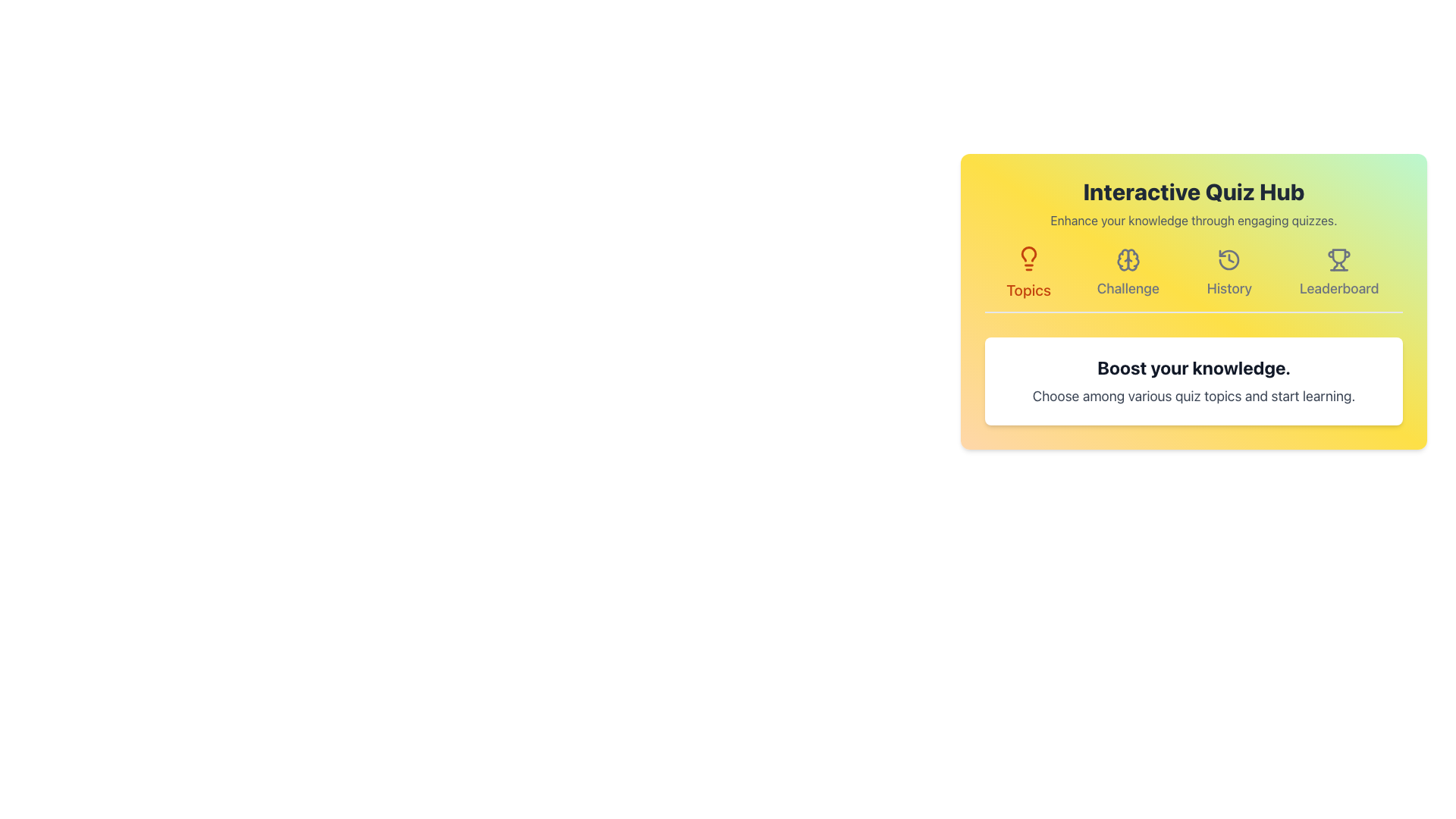 This screenshot has width=1456, height=819. What do you see at coordinates (1193, 220) in the screenshot?
I see `the text label stating 'Enhance your knowledge through engaging quizzes.' which is positioned below the heading 'Interactive Quiz Hub' and above the icons for 'Topics,' 'Challenge,' 'History,' and 'Leaderboard.'` at bounding box center [1193, 220].